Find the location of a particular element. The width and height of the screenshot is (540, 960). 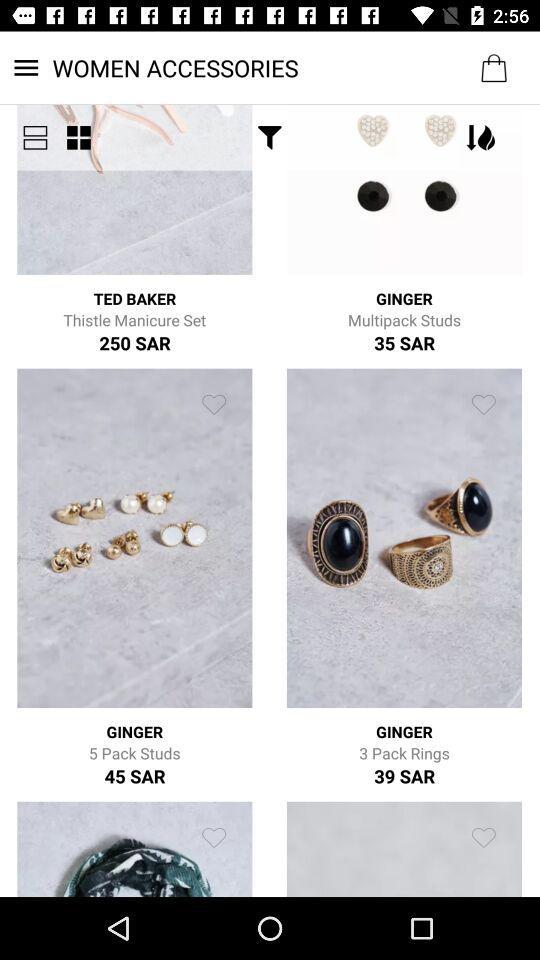

the icon below the women accessories item is located at coordinates (269, 136).